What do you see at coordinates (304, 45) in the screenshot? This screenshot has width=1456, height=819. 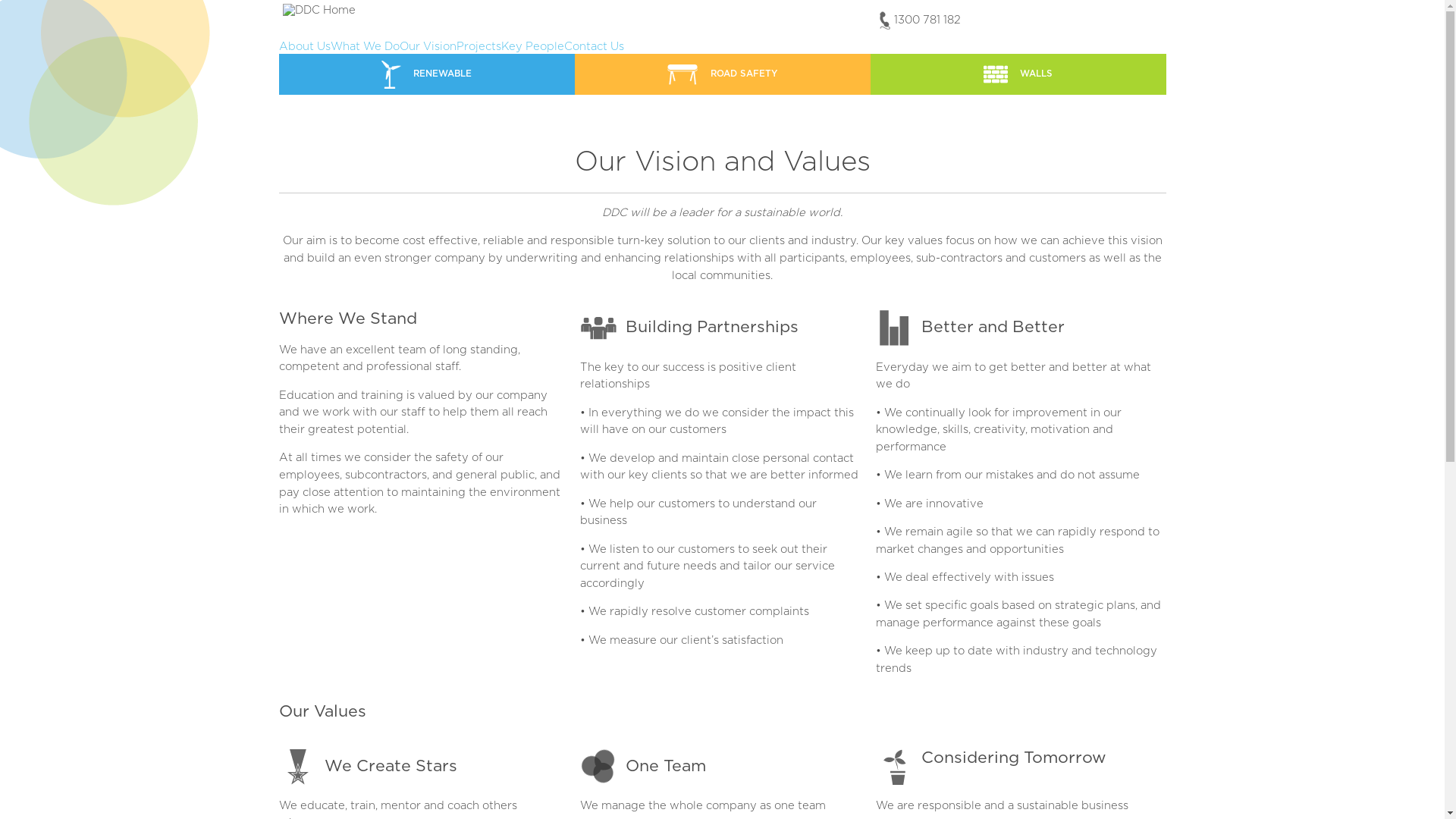 I see `'About Us'` at bounding box center [304, 45].